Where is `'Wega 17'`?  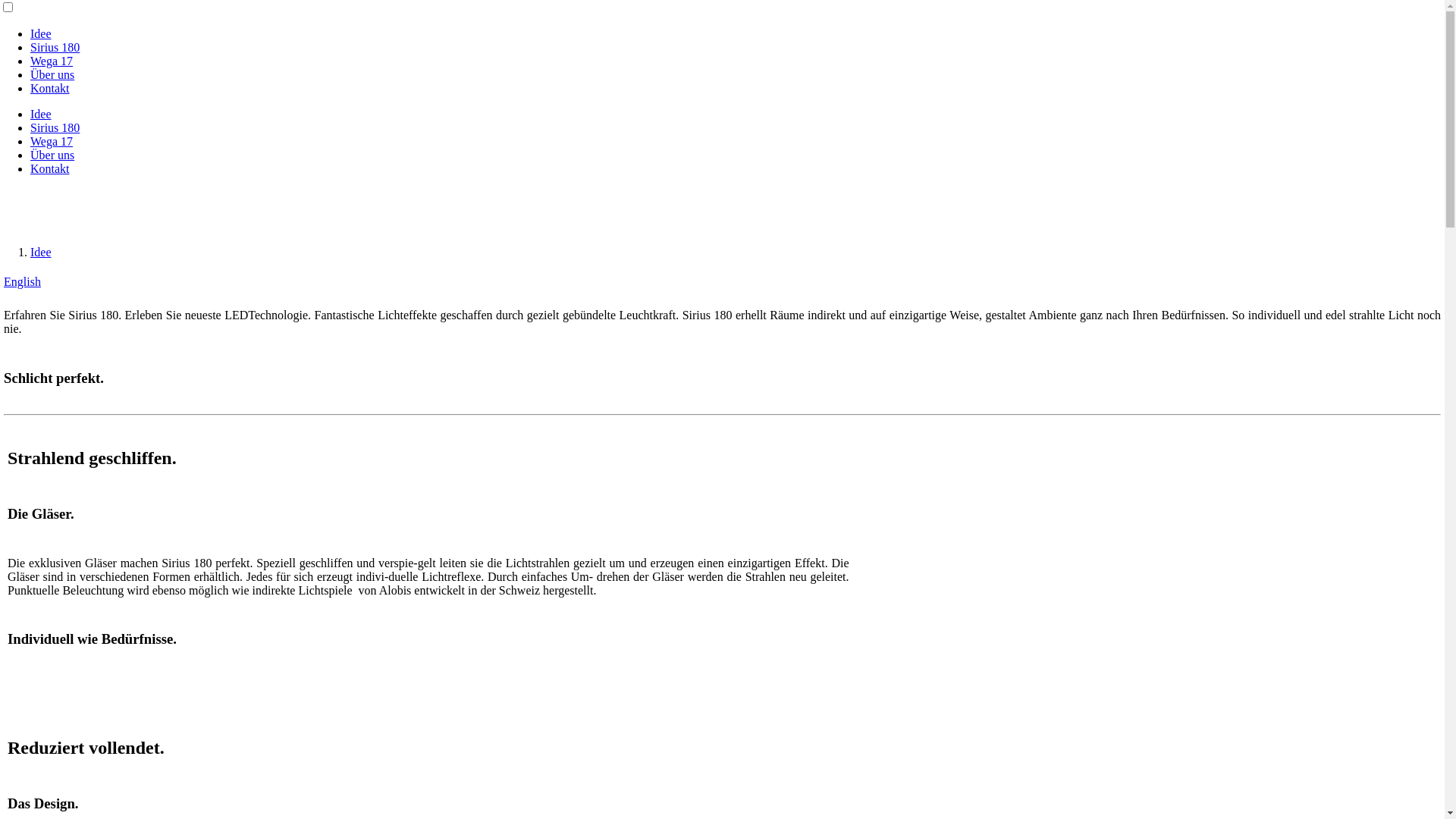 'Wega 17' is located at coordinates (51, 141).